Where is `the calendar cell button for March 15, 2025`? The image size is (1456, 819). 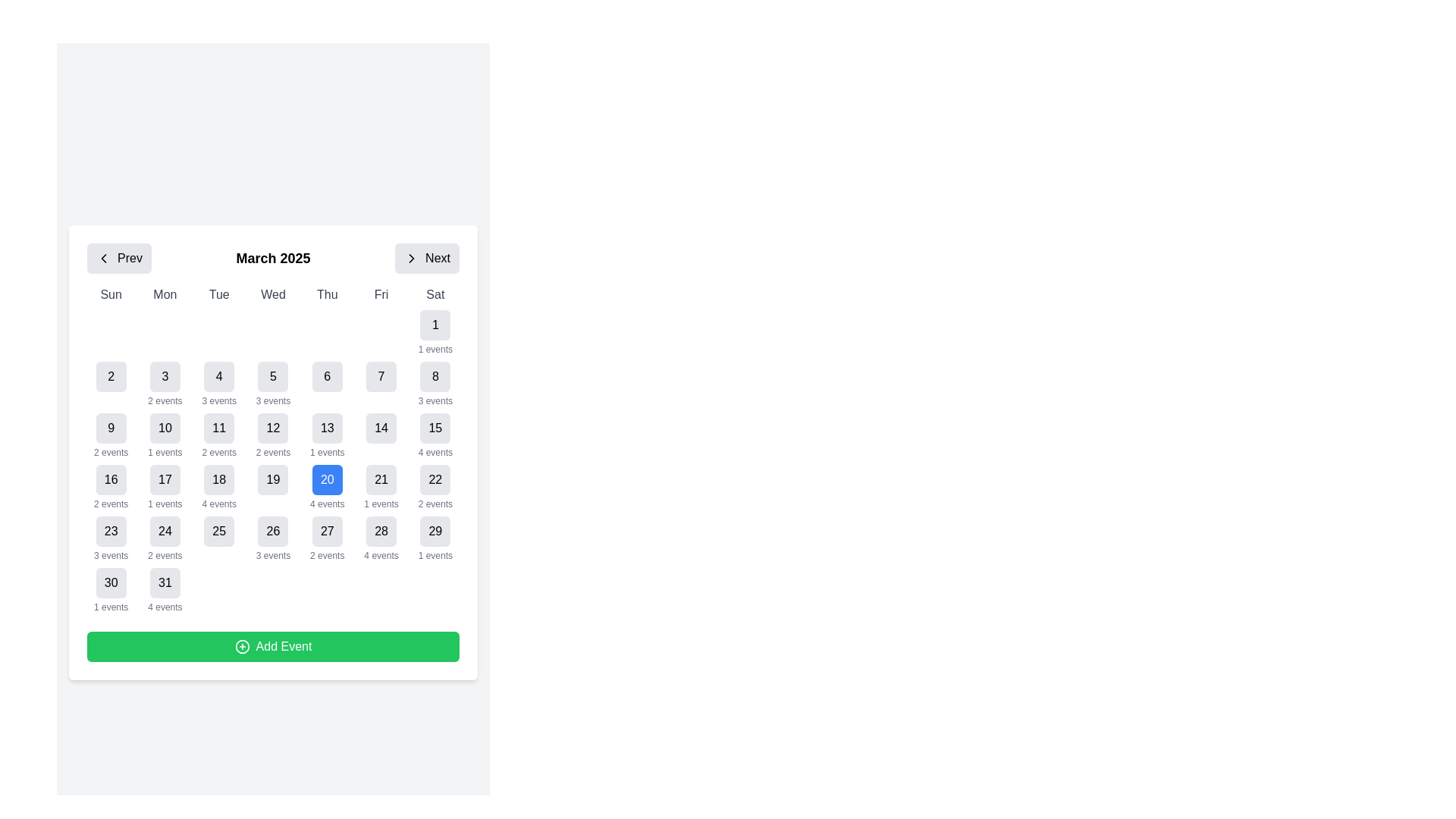 the calendar cell button for March 15, 2025 is located at coordinates (435, 428).